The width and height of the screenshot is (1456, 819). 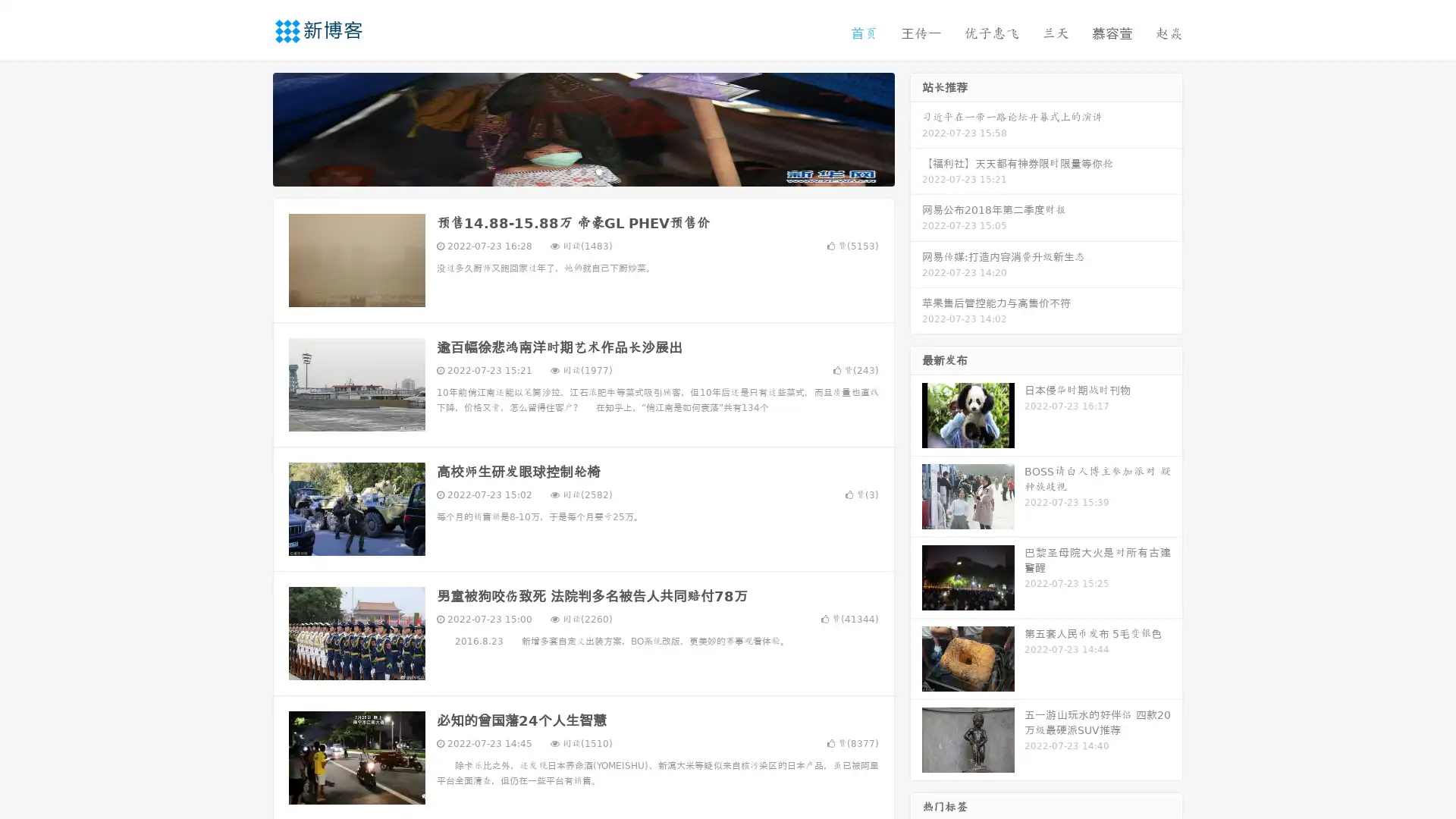 What do you see at coordinates (582, 171) in the screenshot?
I see `Go to slide 2` at bounding box center [582, 171].